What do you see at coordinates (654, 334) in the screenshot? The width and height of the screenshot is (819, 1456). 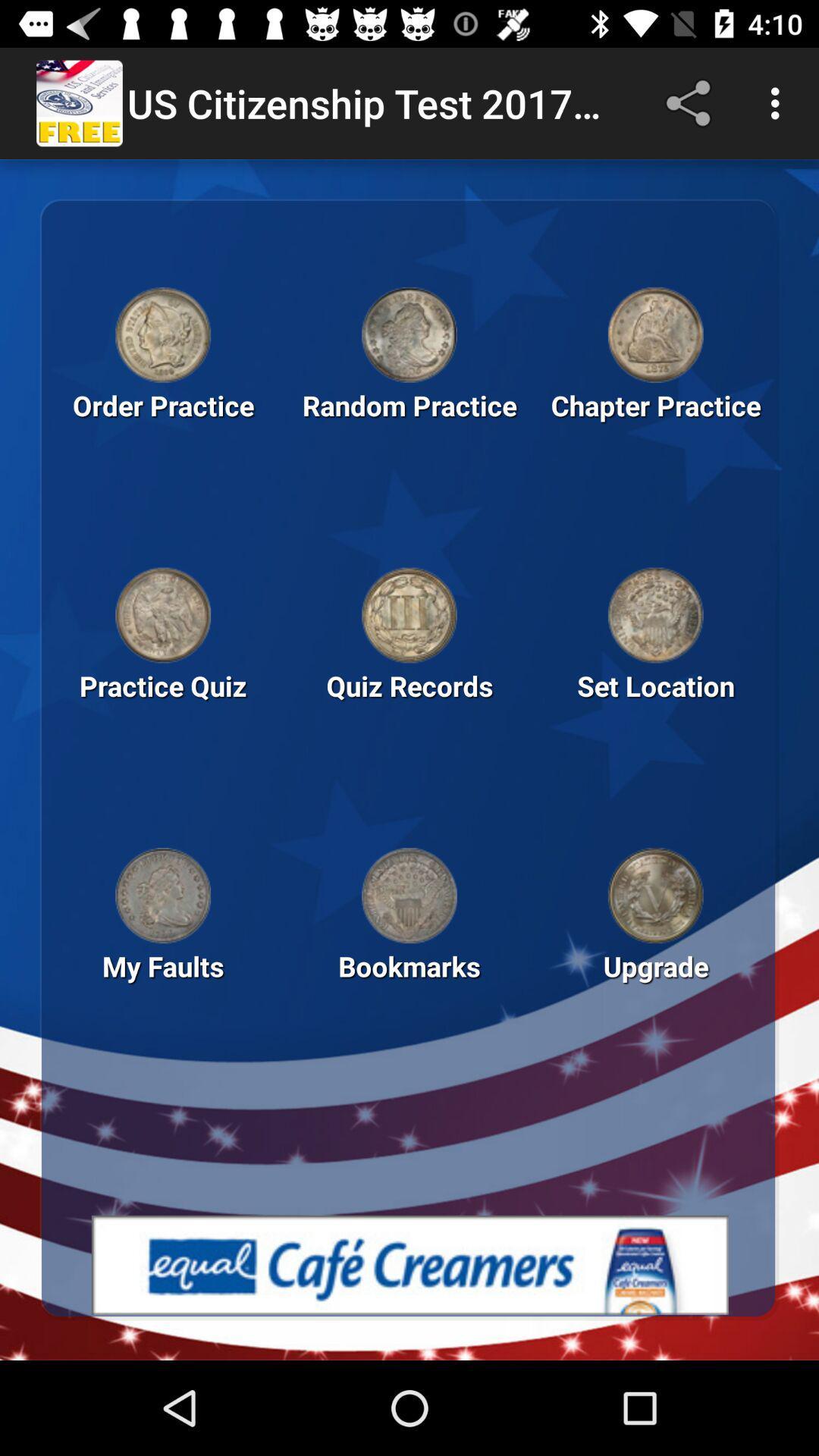 I see `the avatar icon` at bounding box center [654, 334].